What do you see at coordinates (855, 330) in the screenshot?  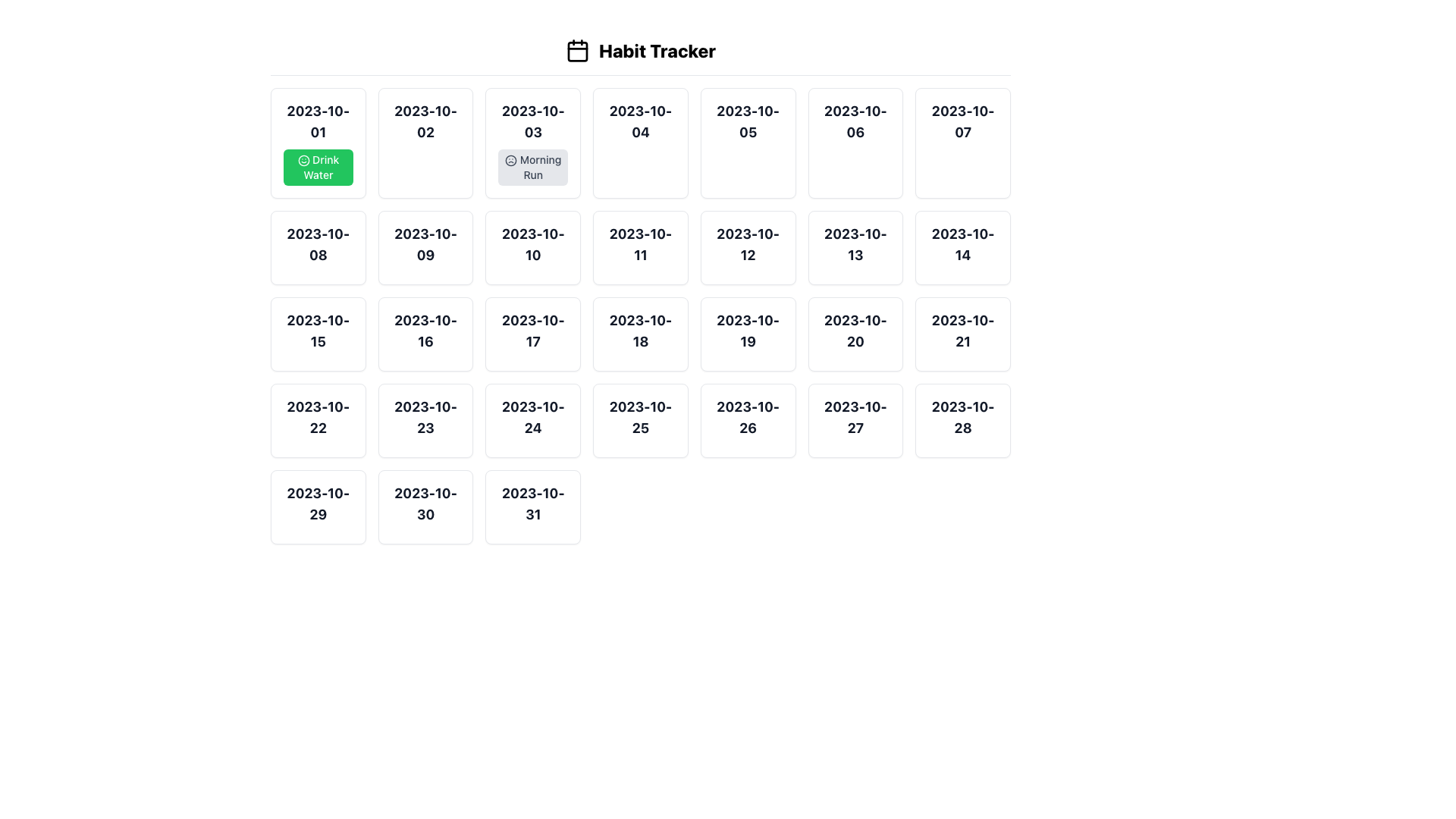 I see `the static text element displaying the date '2023-10-20', which is positioned at the top of a box` at bounding box center [855, 330].